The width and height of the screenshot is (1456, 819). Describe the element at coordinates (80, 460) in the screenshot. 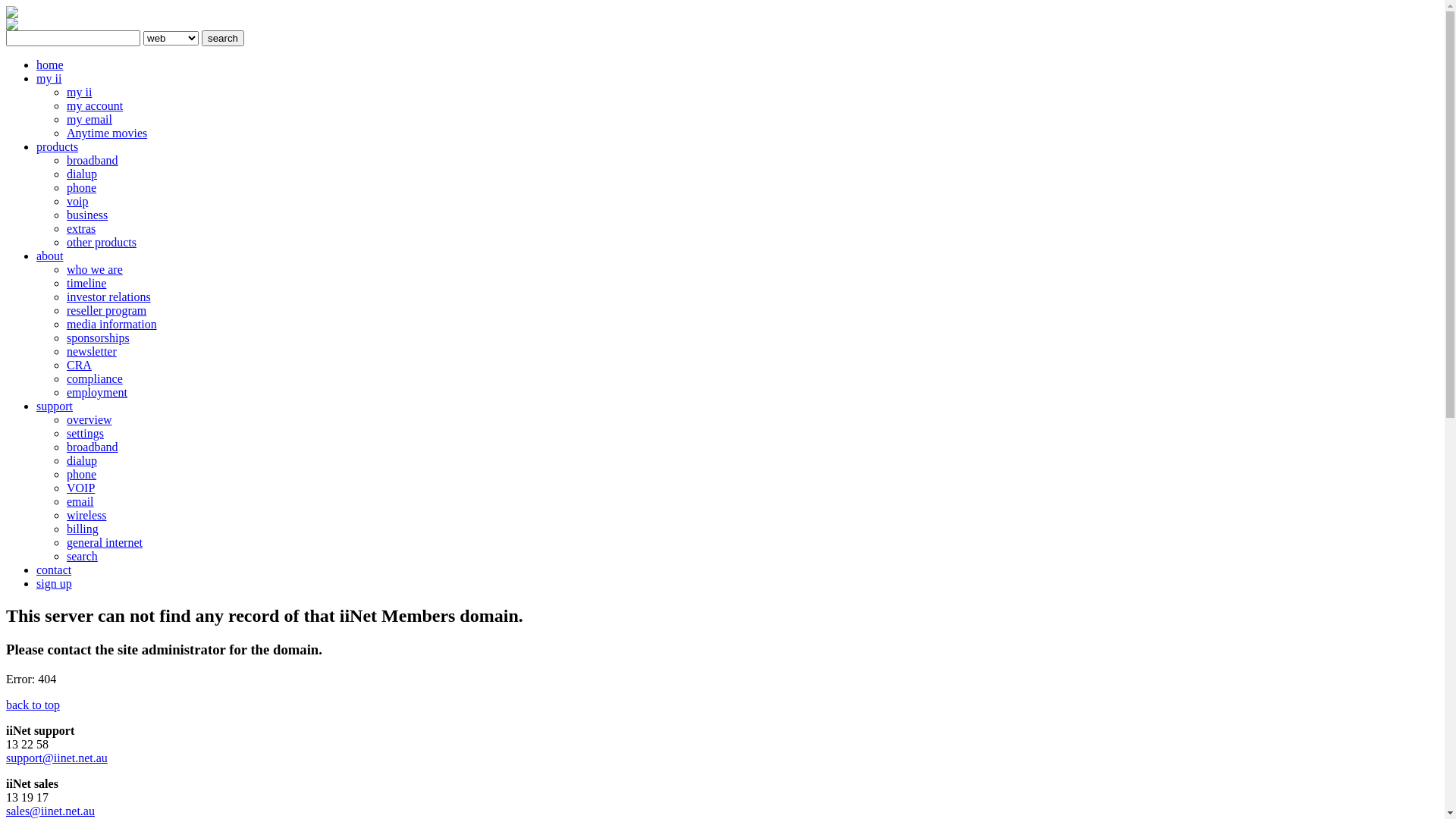

I see `'dialup'` at that location.